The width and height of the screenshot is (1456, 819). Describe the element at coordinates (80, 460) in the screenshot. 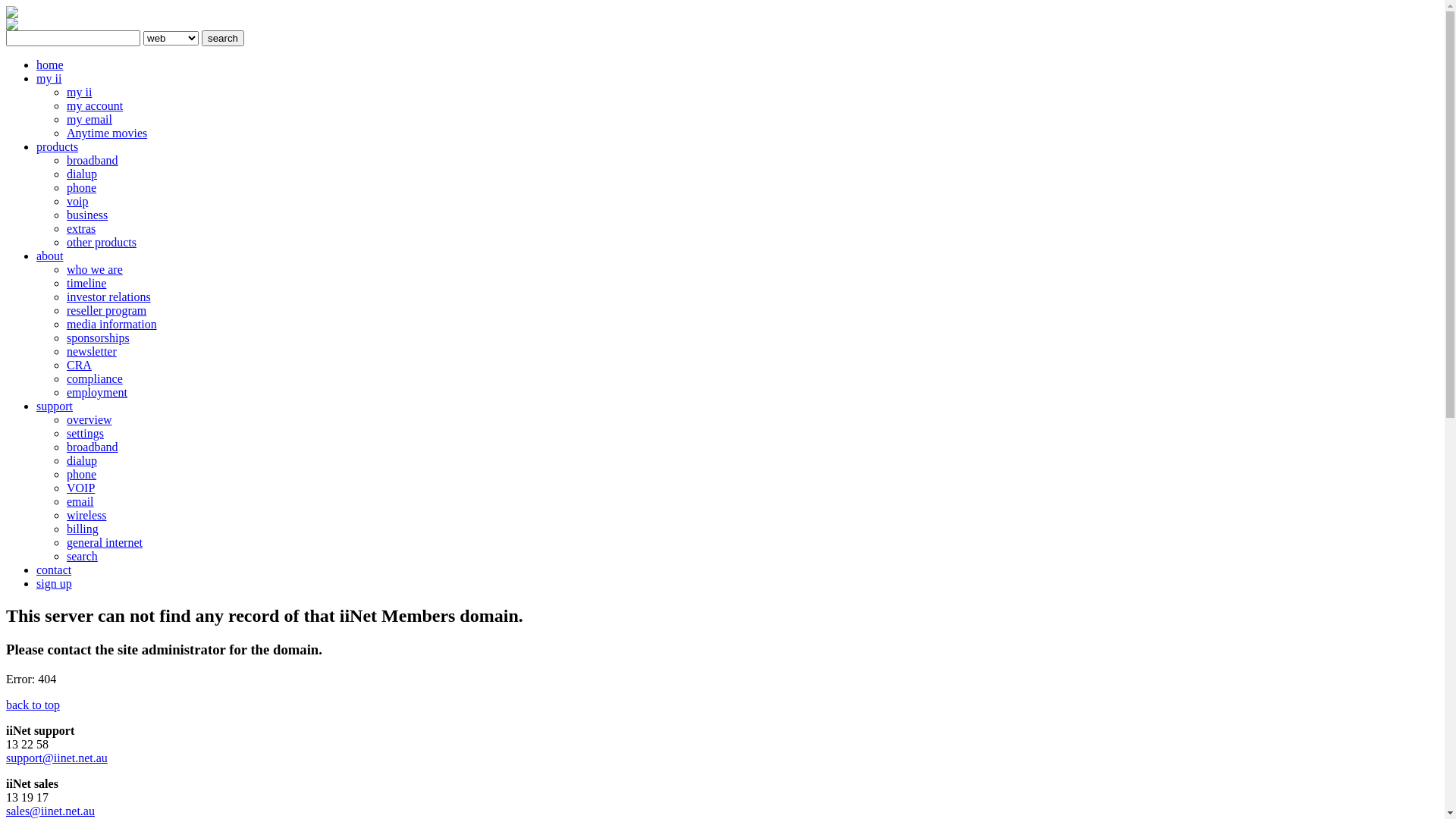

I see `'dialup'` at that location.